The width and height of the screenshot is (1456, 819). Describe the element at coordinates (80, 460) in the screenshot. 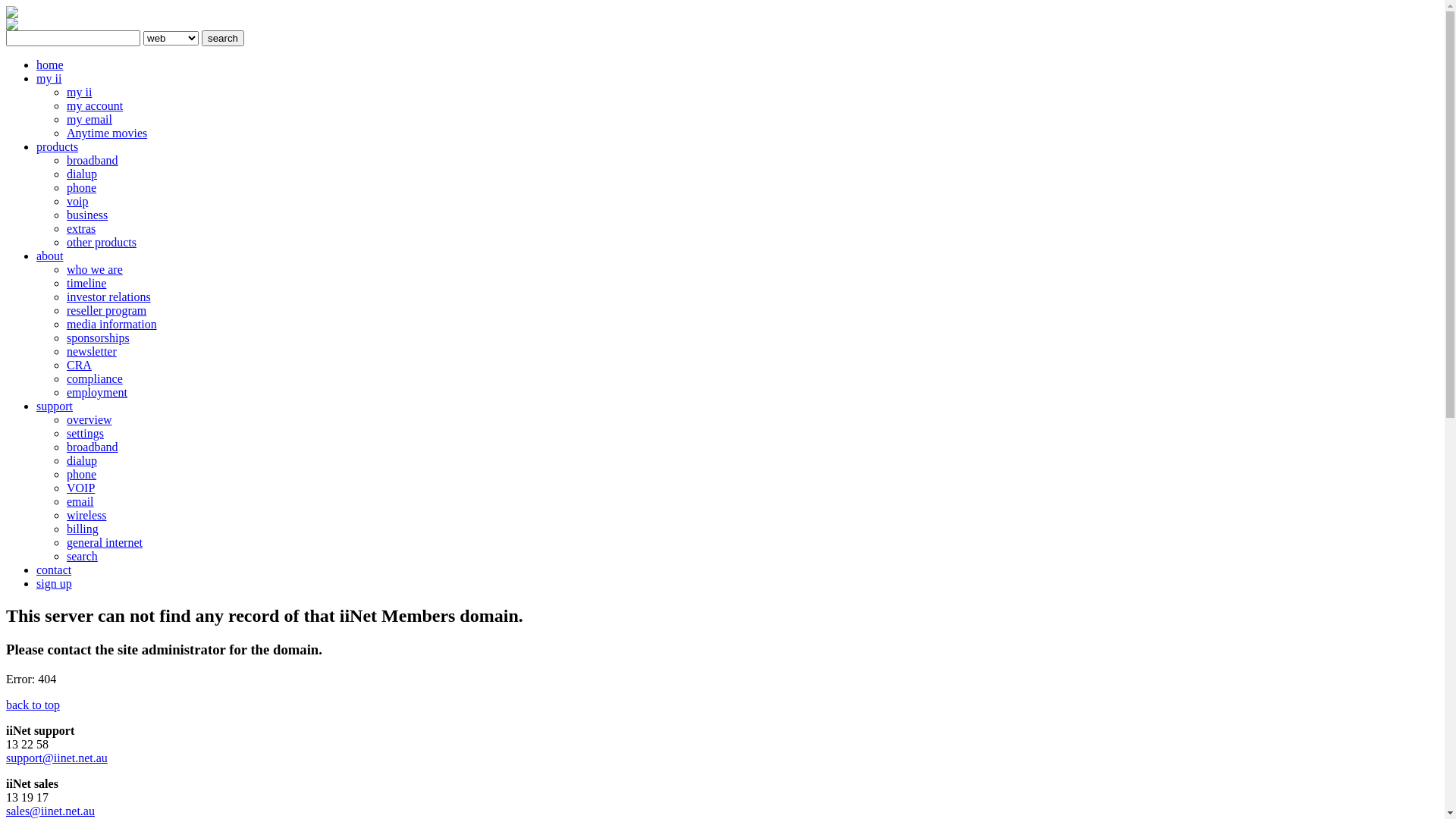

I see `'dialup'` at that location.